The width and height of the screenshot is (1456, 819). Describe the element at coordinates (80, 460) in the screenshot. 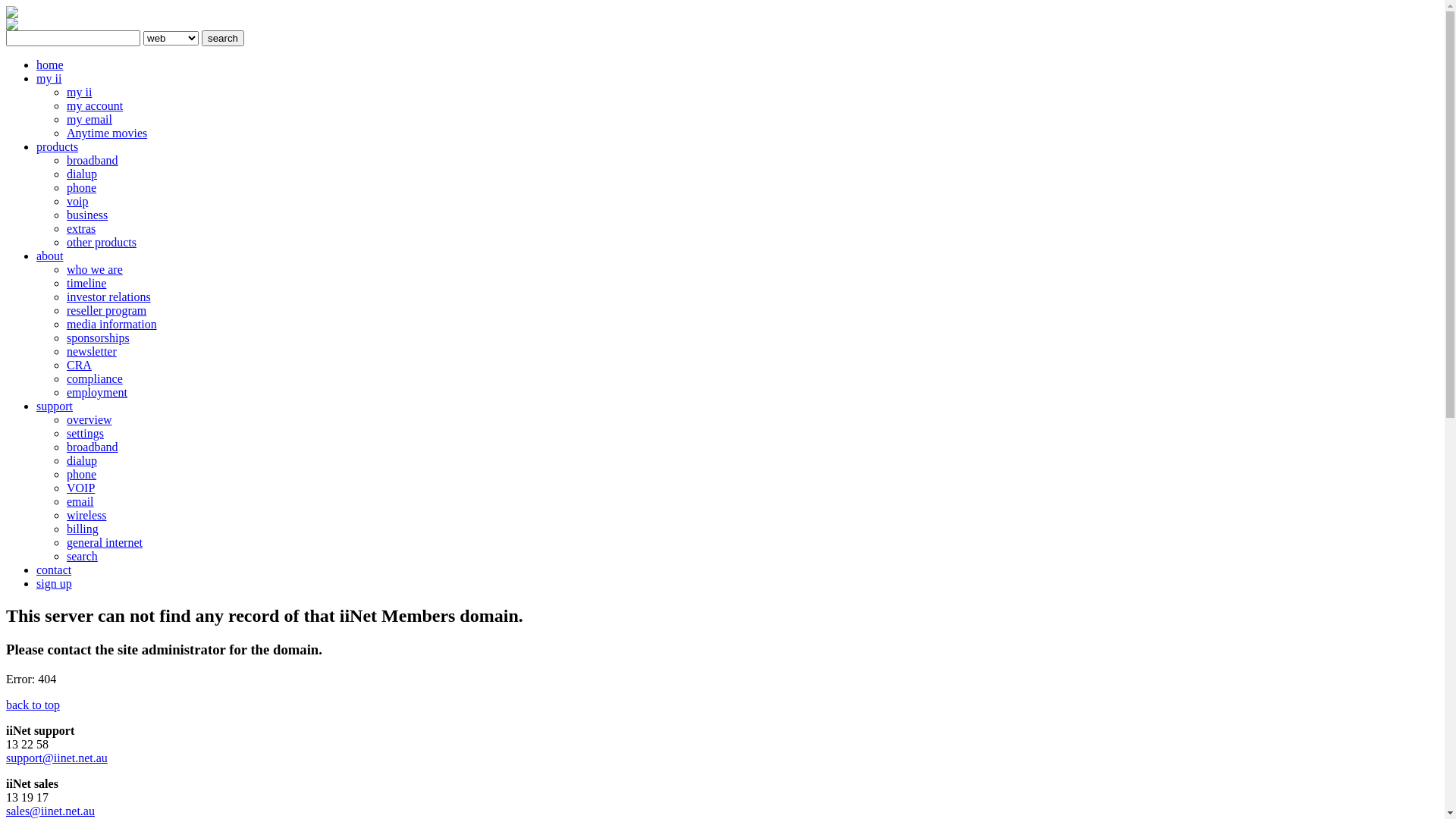

I see `'dialup'` at that location.